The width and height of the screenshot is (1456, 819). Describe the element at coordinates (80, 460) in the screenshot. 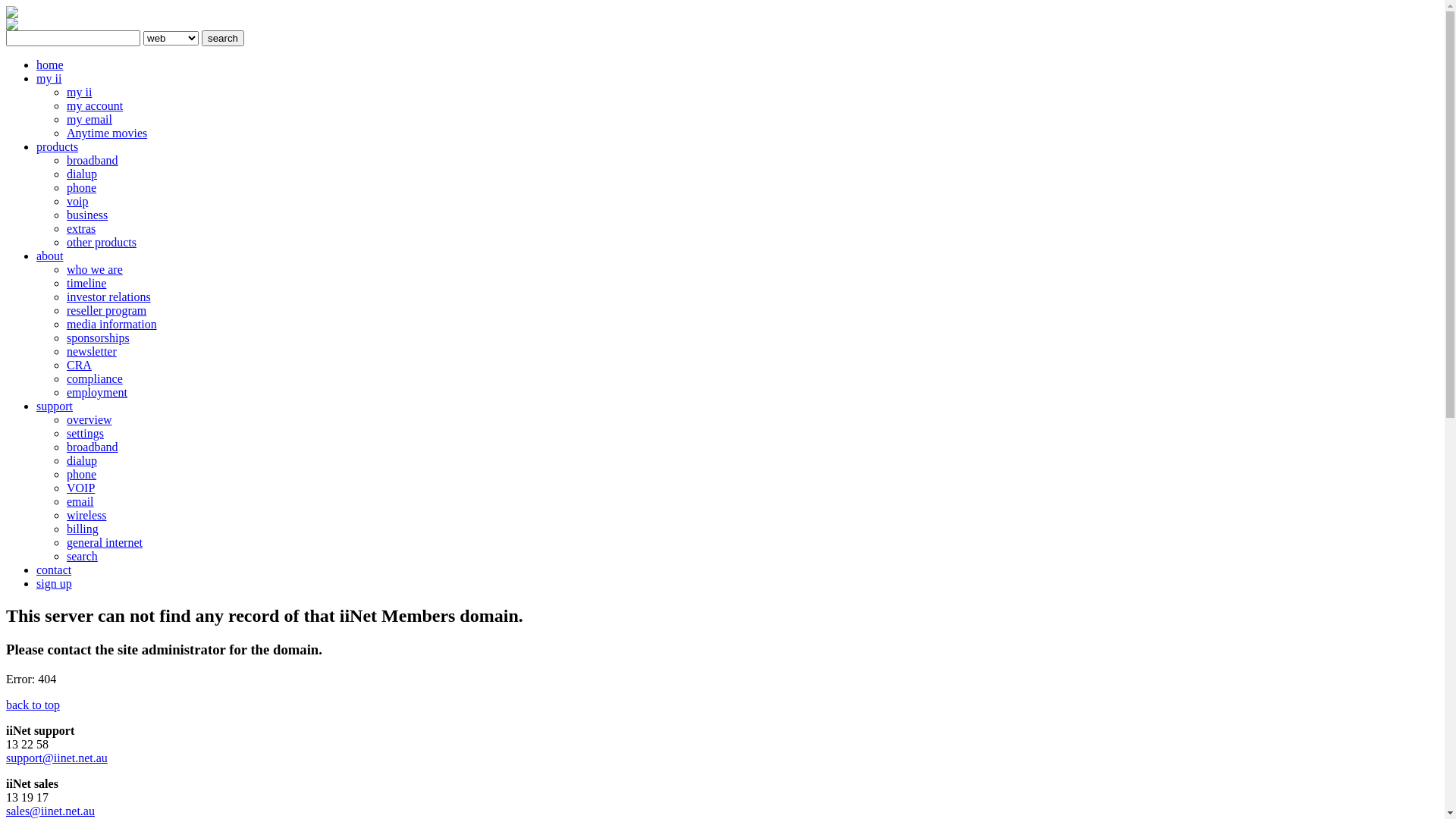

I see `'dialup'` at that location.